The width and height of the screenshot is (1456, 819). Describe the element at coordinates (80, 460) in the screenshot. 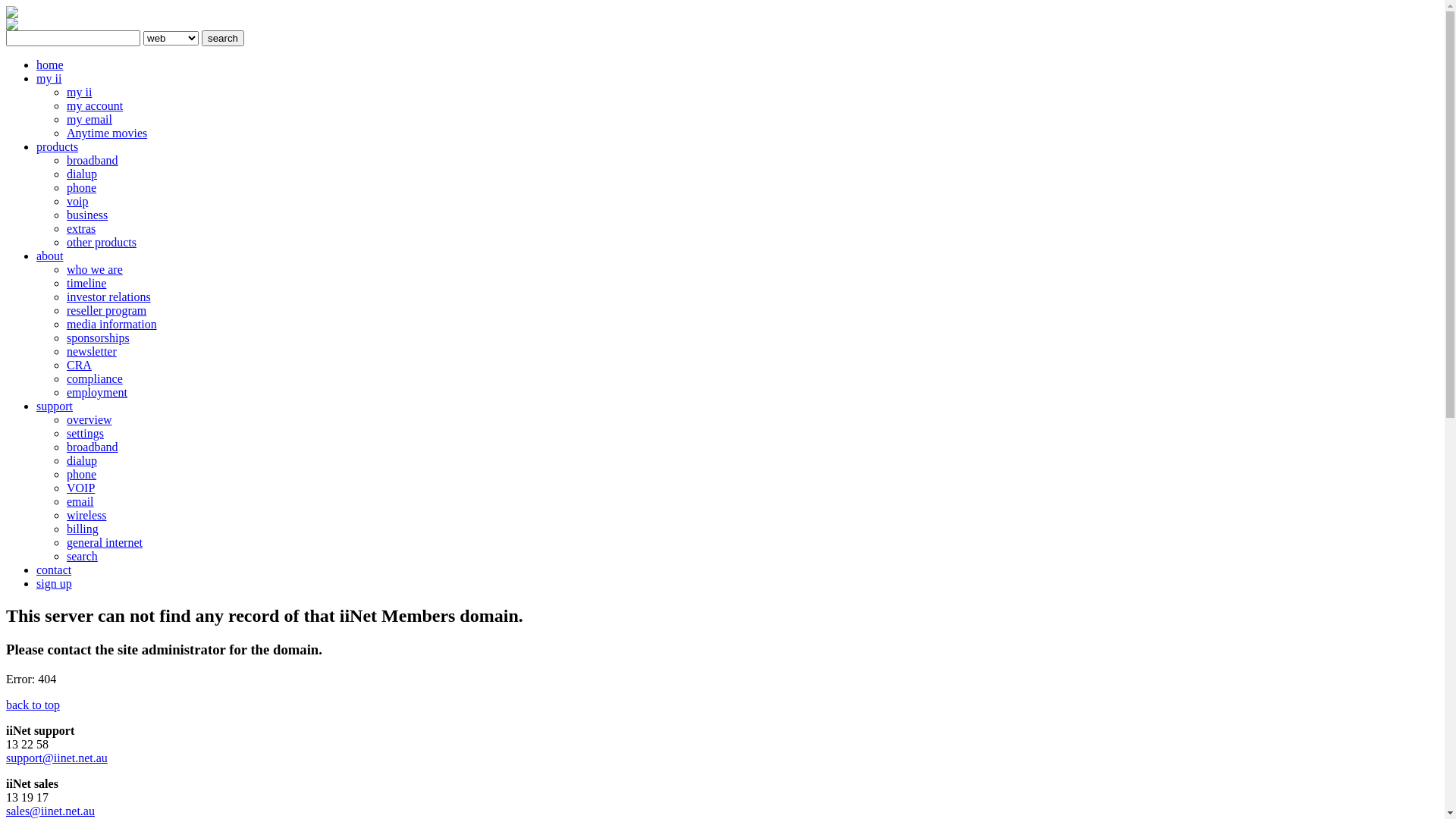

I see `'dialup'` at that location.